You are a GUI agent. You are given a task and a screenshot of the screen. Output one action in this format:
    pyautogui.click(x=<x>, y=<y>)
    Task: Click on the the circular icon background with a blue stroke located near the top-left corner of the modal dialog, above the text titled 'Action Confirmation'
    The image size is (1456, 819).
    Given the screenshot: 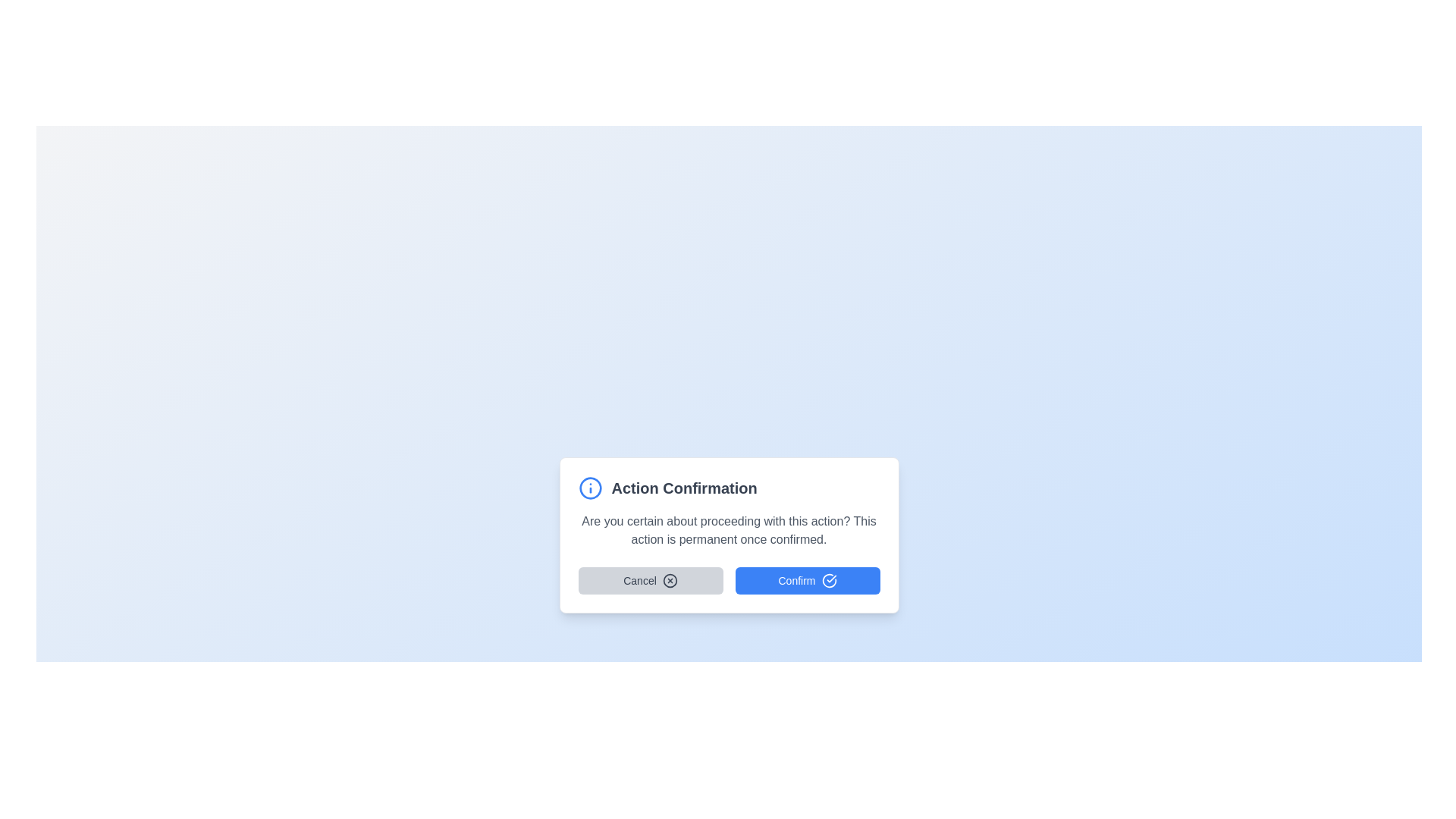 What is the action you would take?
    pyautogui.click(x=589, y=488)
    